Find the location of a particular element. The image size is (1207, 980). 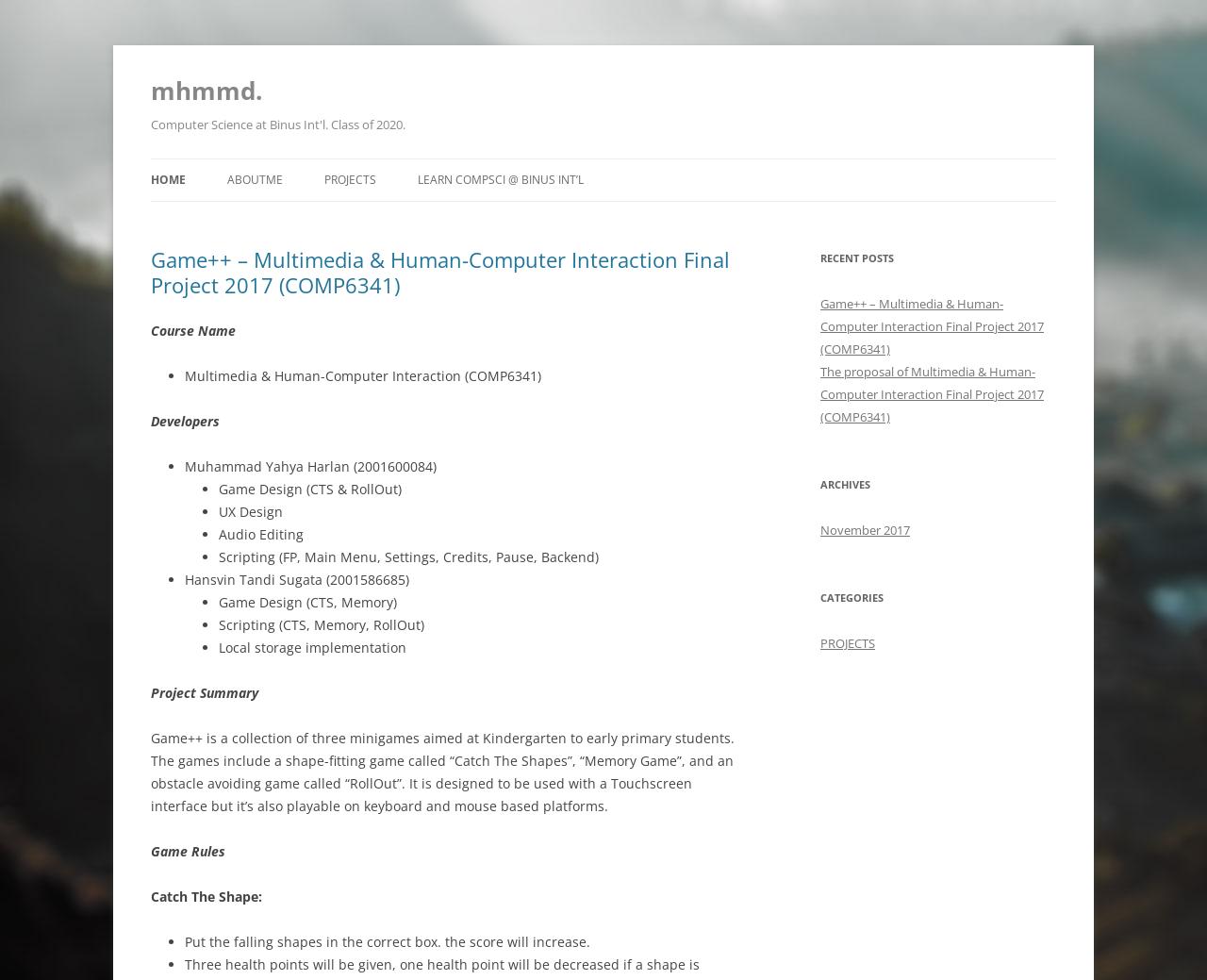

'Multimedia & Human-Computer Interaction (COMP6341)' is located at coordinates (363, 374).